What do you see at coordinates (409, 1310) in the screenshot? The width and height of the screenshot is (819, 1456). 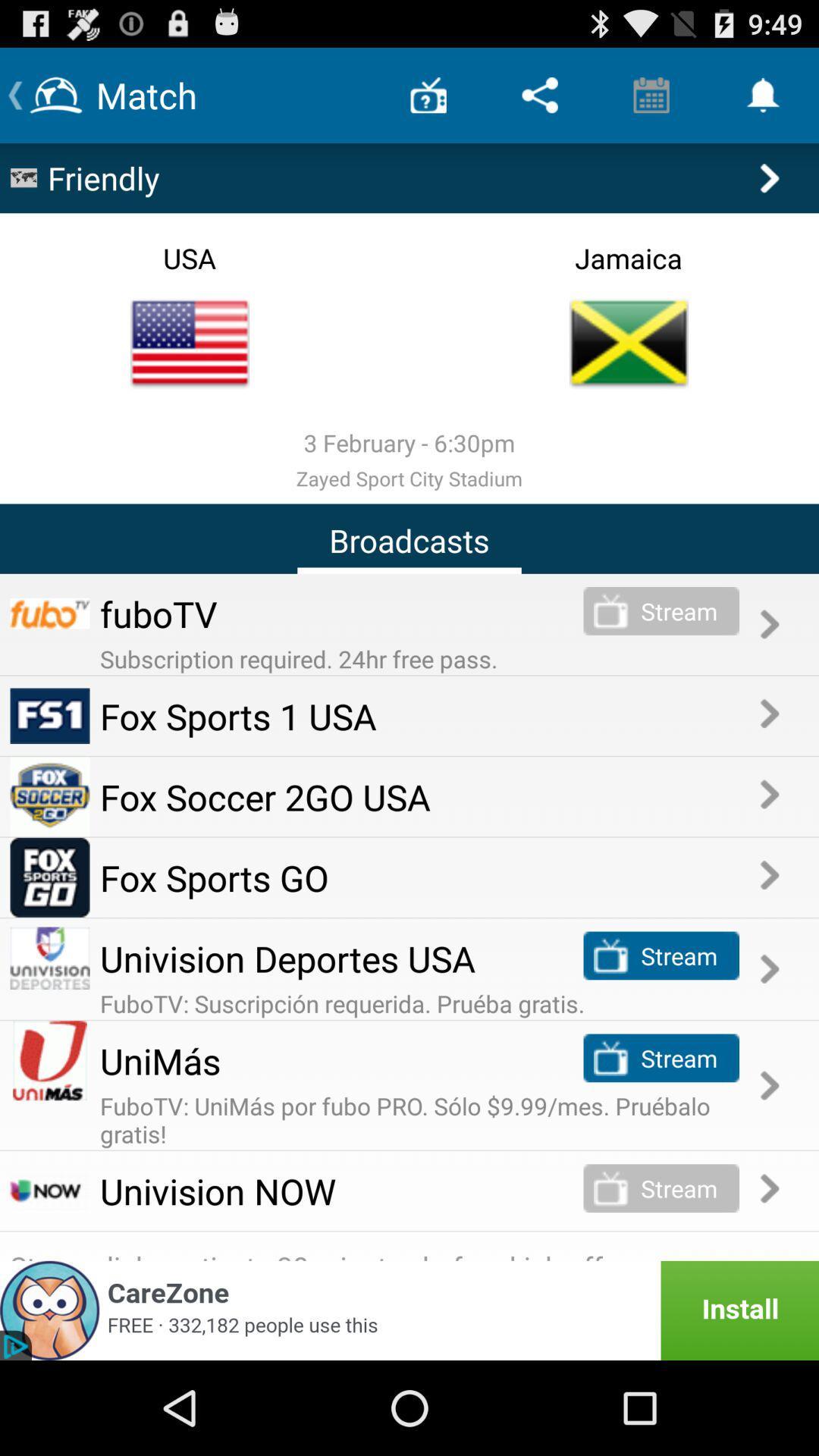 I see `the advertisement` at bounding box center [409, 1310].